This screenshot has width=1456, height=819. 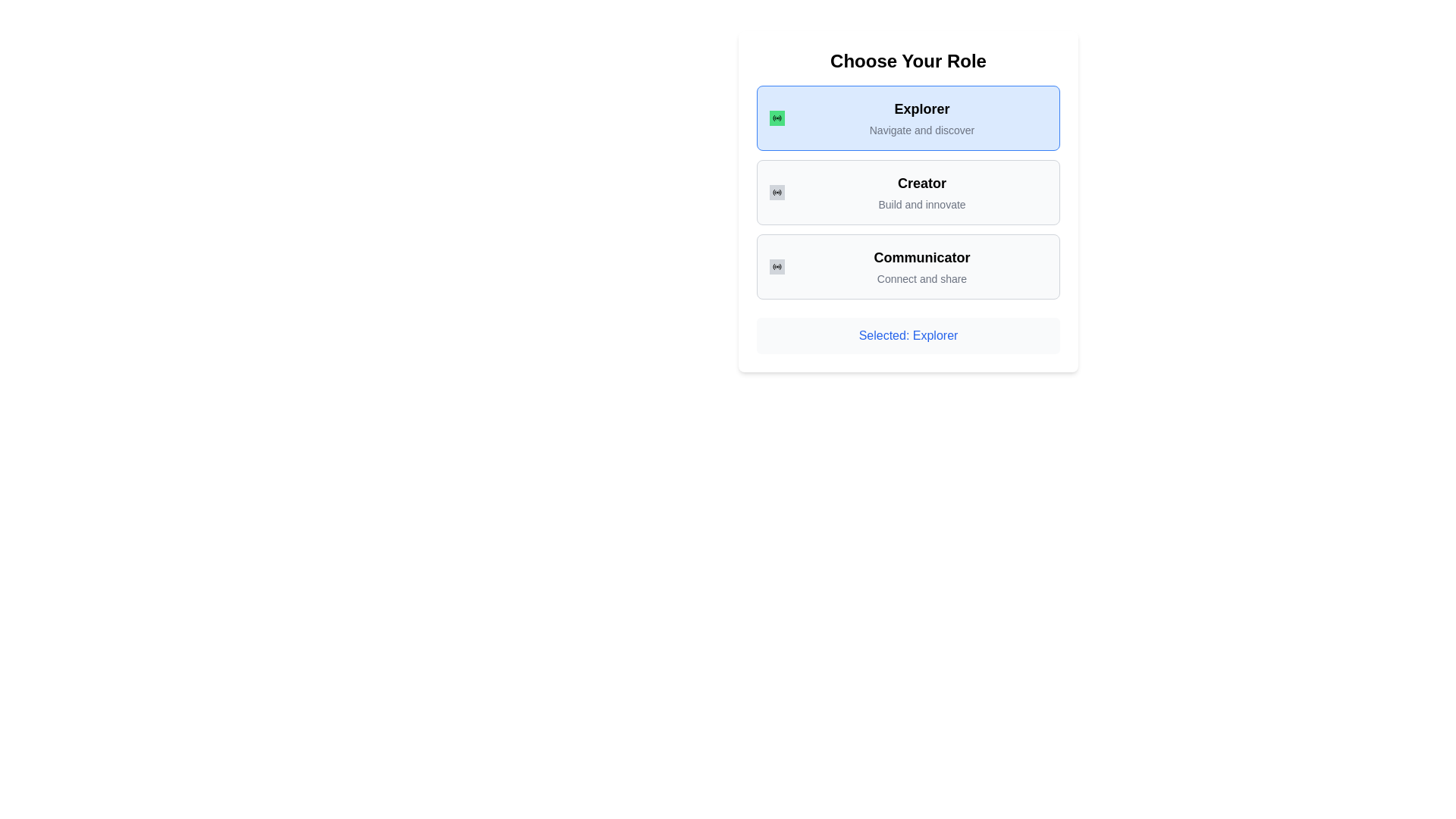 I want to click on the circular icon located to the left of the 'Explorer' text within the highlighted selection card, so click(x=777, y=117).